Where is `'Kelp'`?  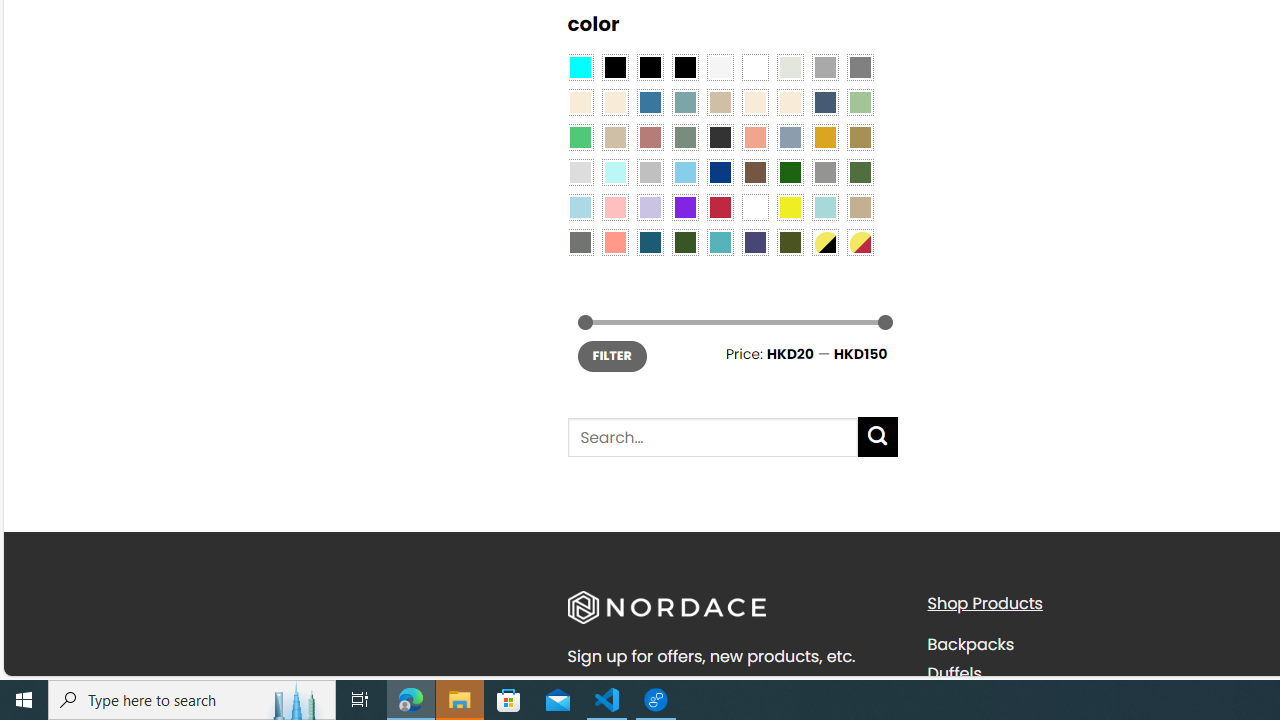 'Kelp' is located at coordinates (860, 137).